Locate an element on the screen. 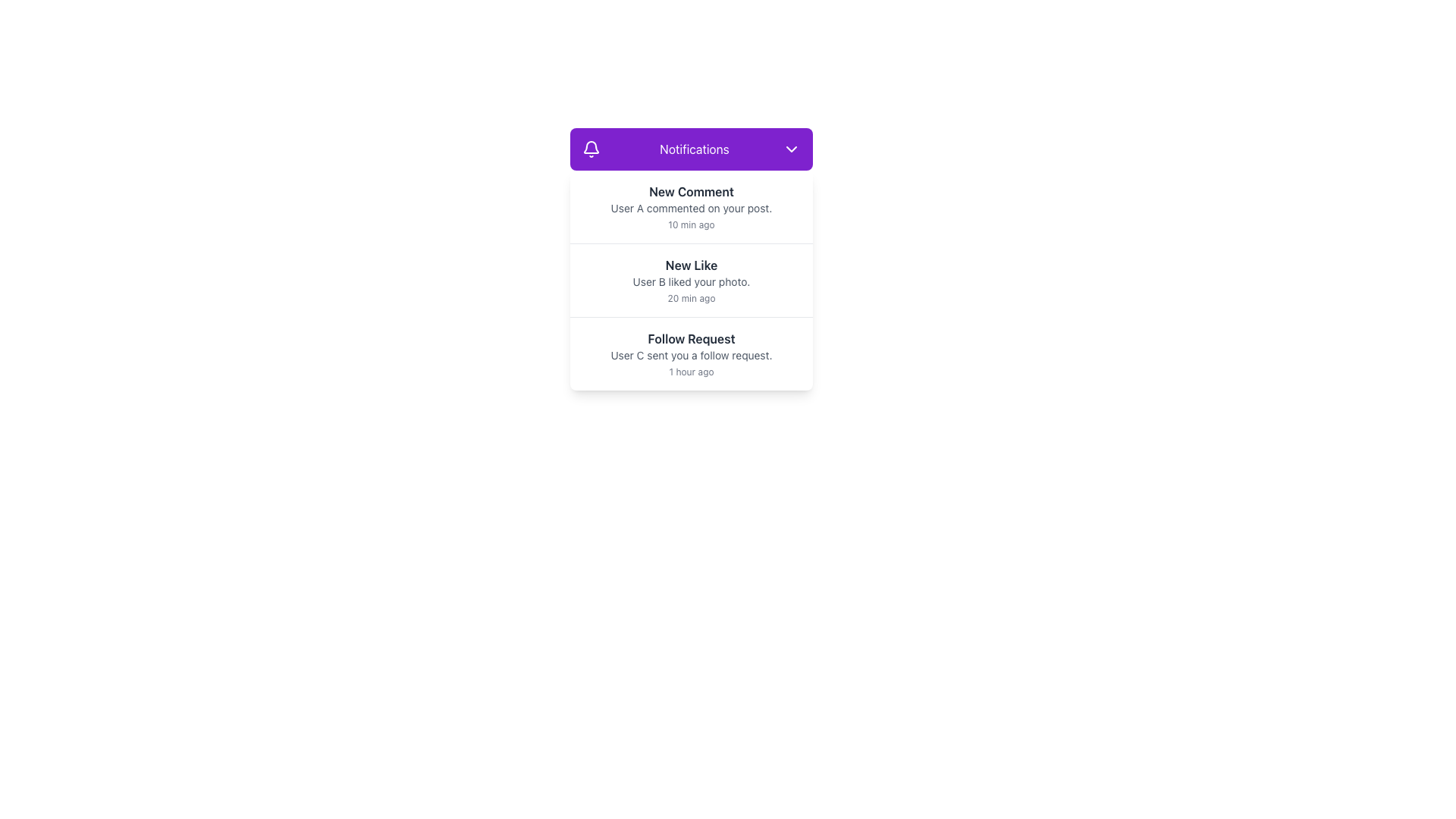 Image resolution: width=1456 pixels, height=819 pixels. the Text Label that provides contextual information about a notification indicating 'User A' commented on a user's post, which is positioned below 'New Comment' and above '10 min ago' is located at coordinates (691, 208).